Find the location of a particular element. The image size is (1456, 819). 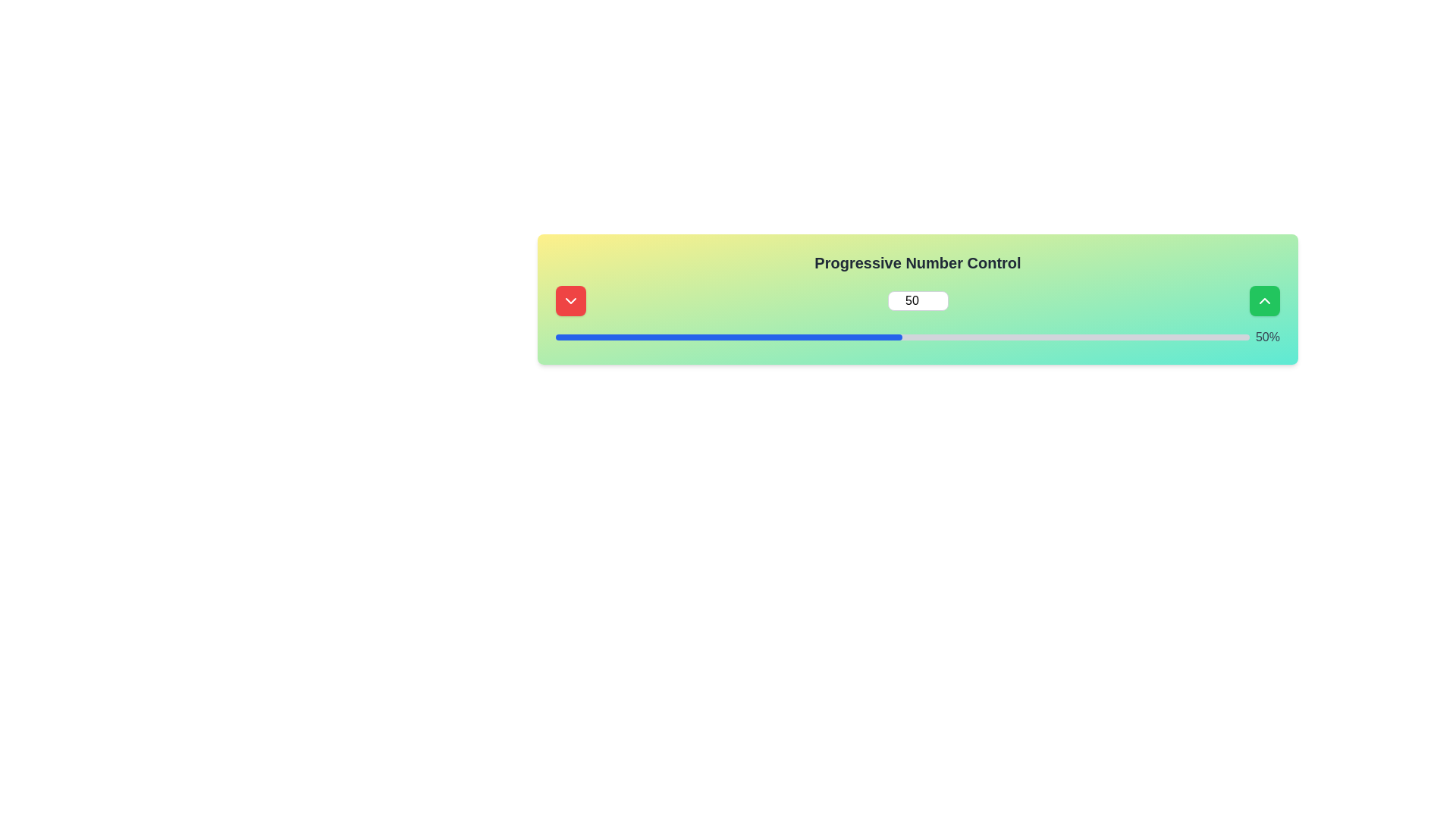

the red button with a white downward-pointing chevron icon located on the left side of the interface is located at coordinates (570, 301).